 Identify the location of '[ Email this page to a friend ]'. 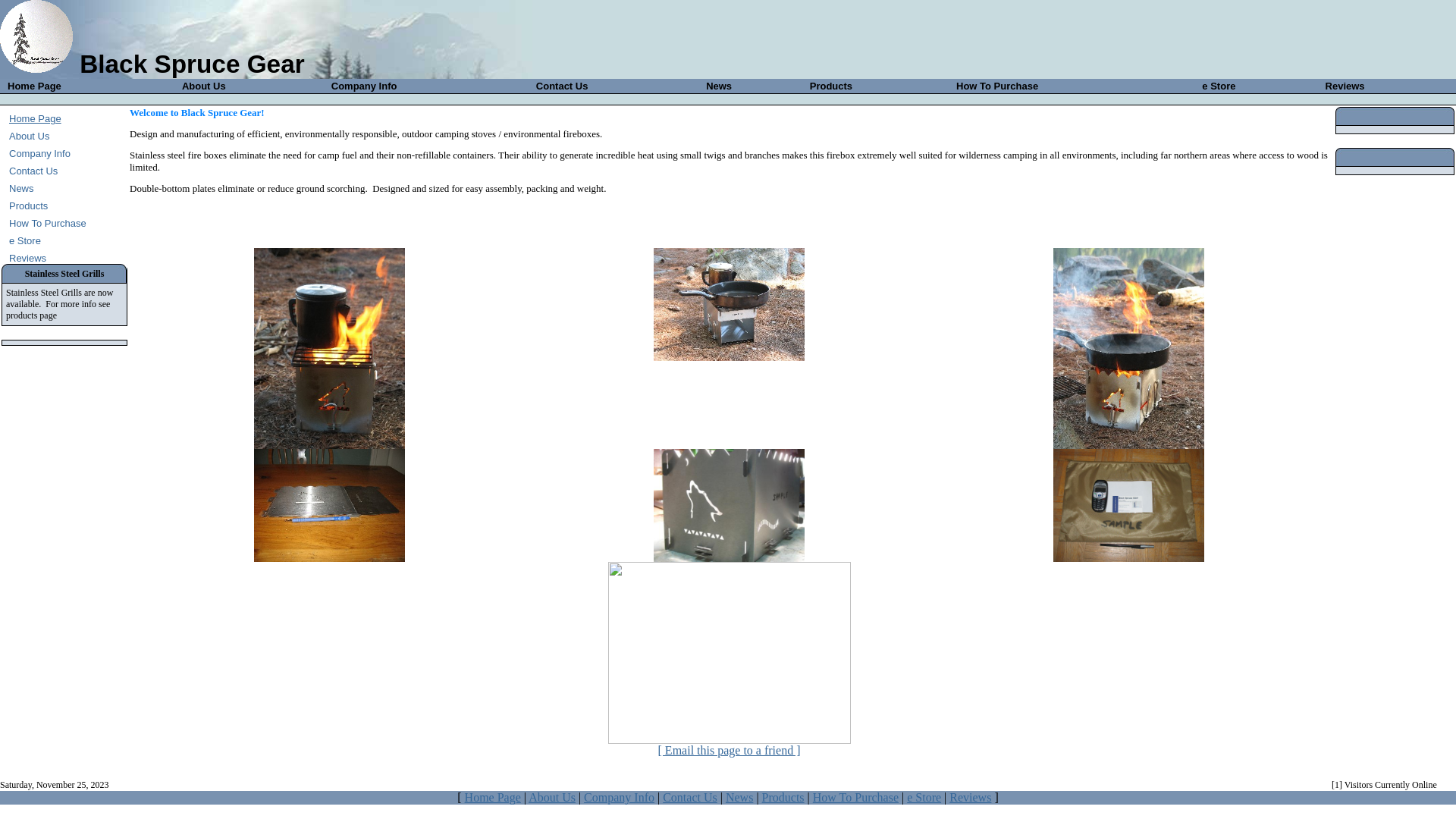
(658, 749).